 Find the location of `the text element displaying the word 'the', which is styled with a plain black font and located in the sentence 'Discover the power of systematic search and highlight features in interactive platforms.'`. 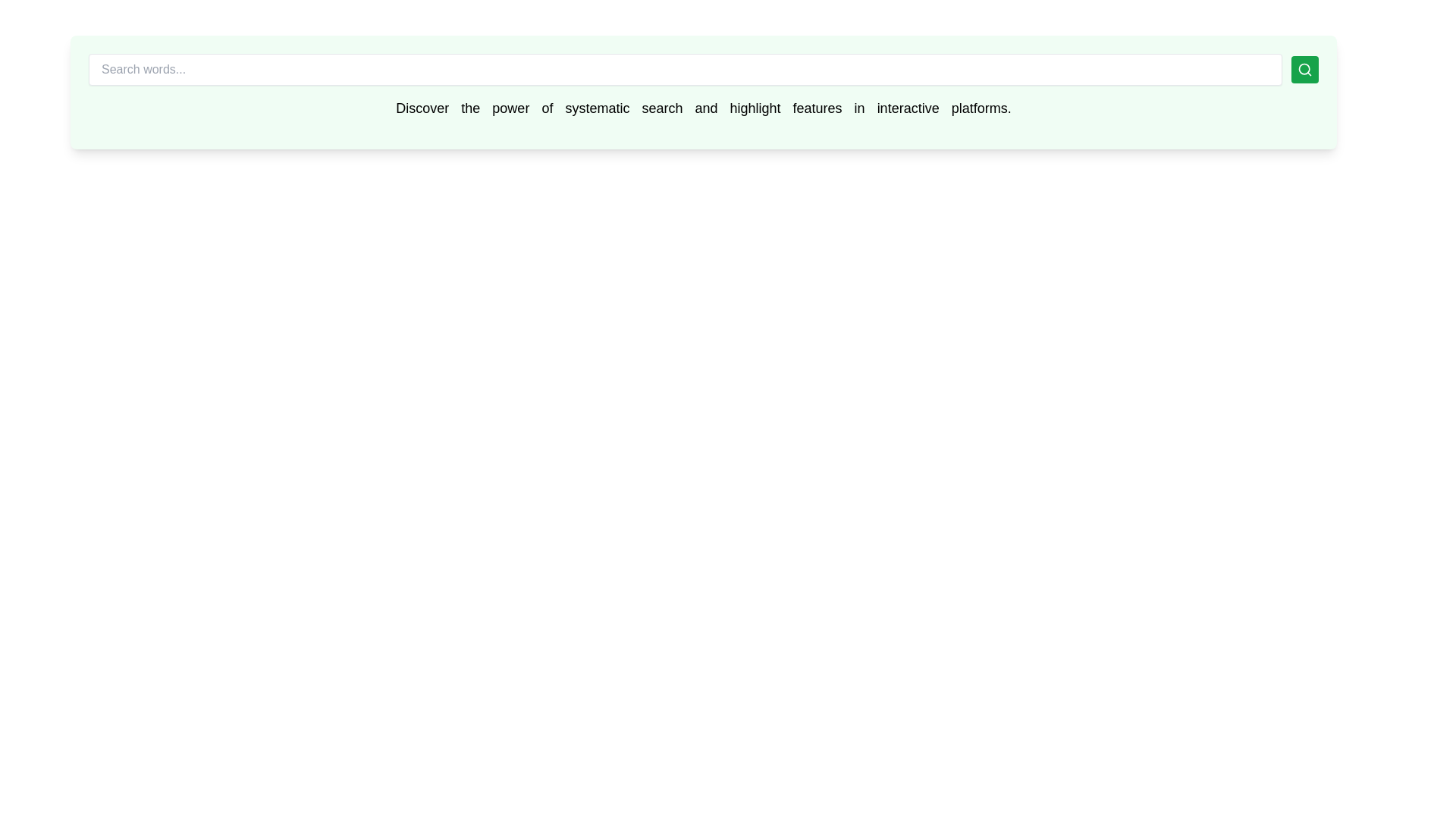

the text element displaying the word 'the', which is styled with a plain black font and located in the sentence 'Discover the power of systematic search and highlight features in interactive platforms.' is located at coordinates (469, 107).